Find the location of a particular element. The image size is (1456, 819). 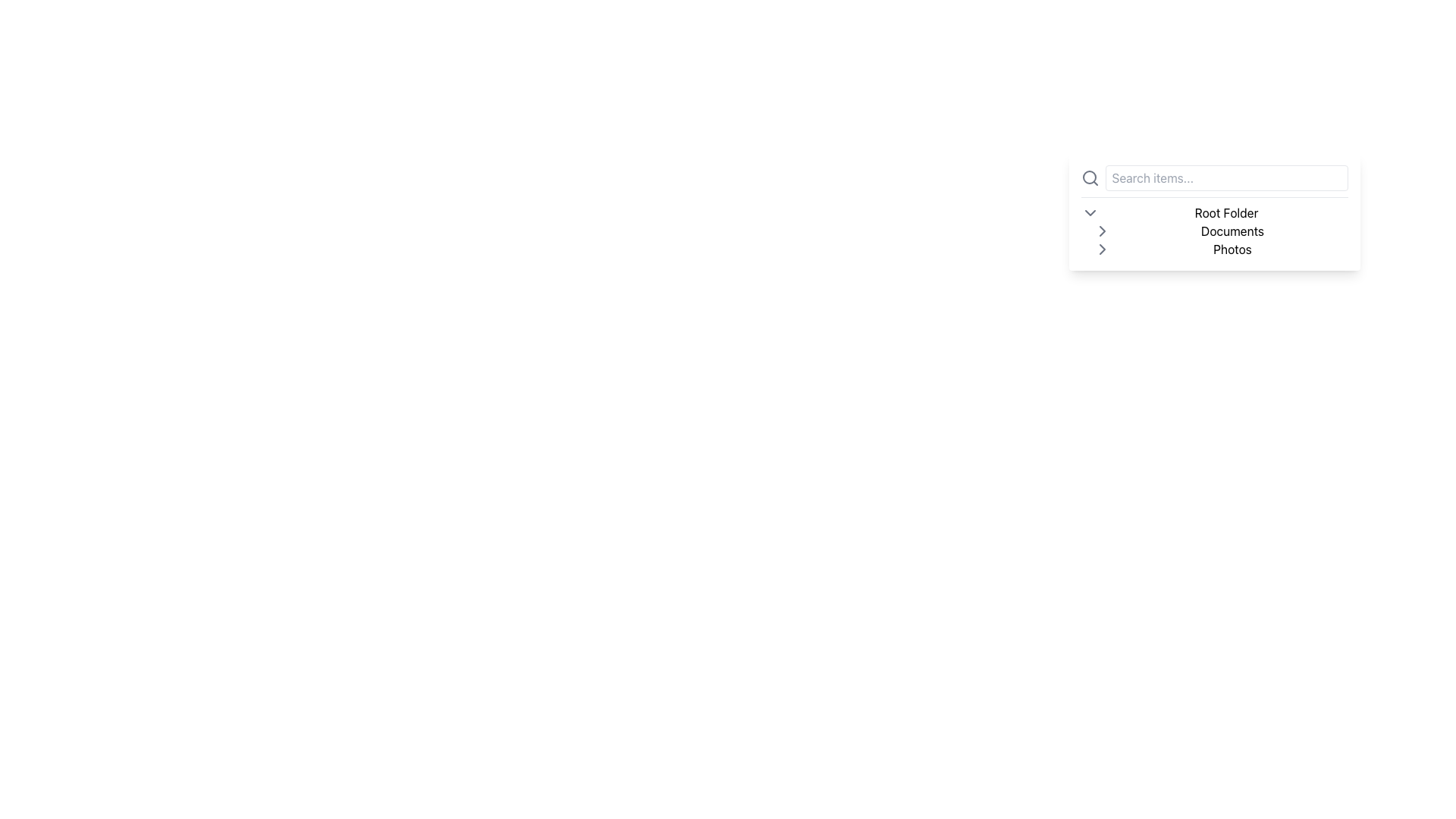

the 'Documents' label in the hierarchical list is located at coordinates (1214, 231).